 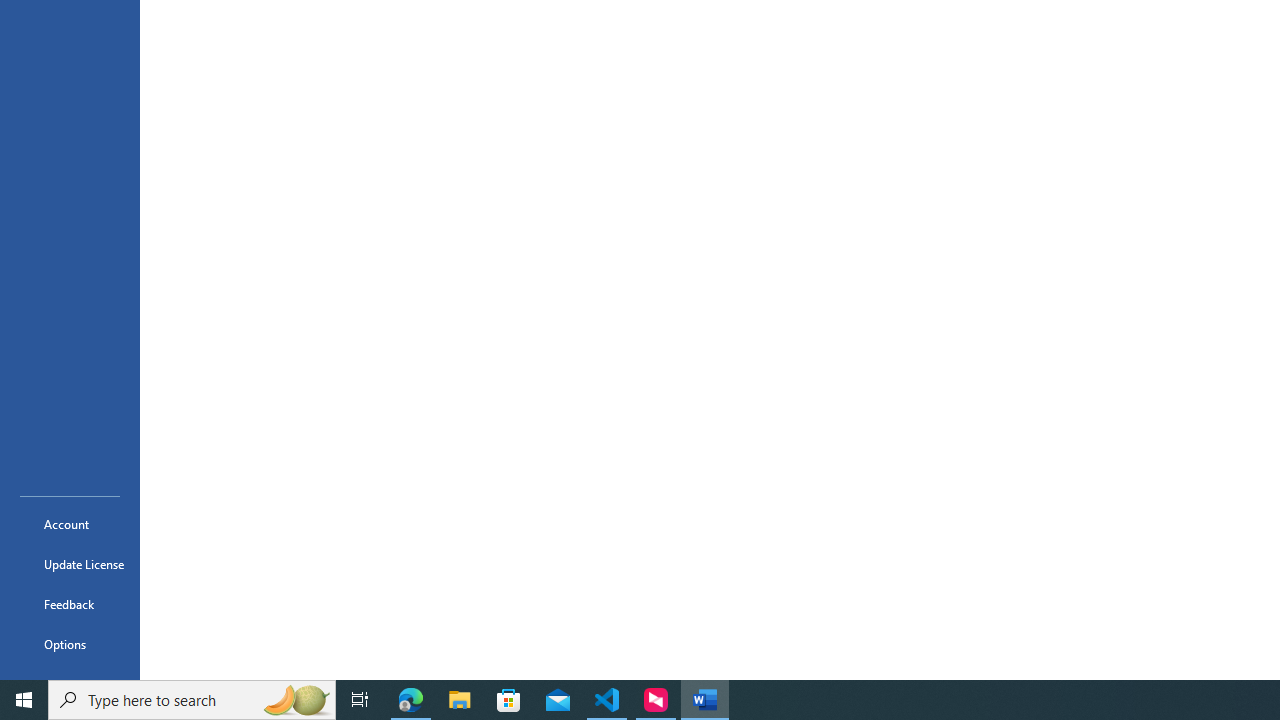 What do you see at coordinates (69, 644) in the screenshot?
I see `'Options'` at bounding box center [69, 644].